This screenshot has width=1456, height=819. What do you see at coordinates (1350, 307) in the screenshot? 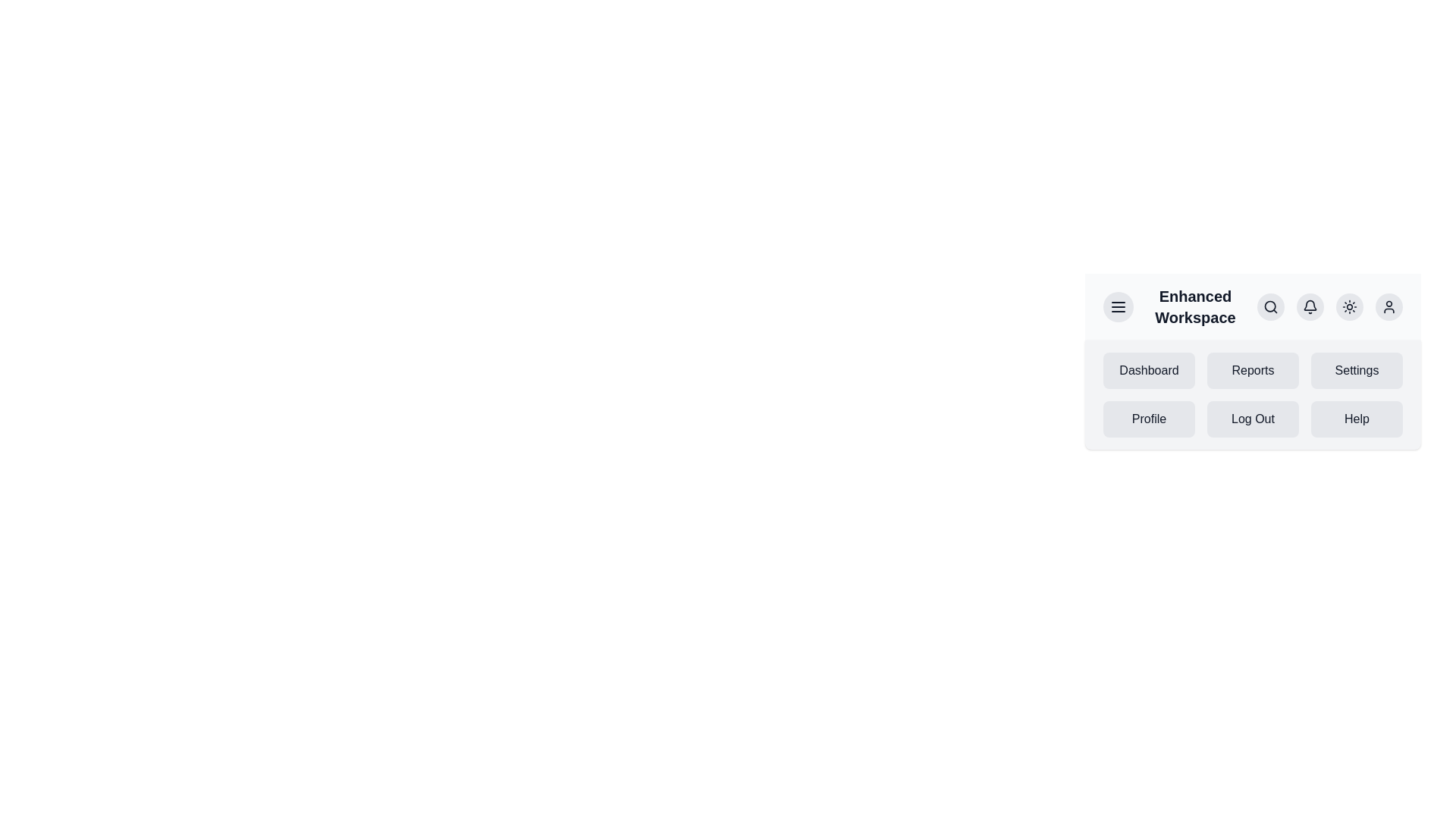
I see `the sun icon button to toggle between light and dark modes` at bounding box center [1350, 307].